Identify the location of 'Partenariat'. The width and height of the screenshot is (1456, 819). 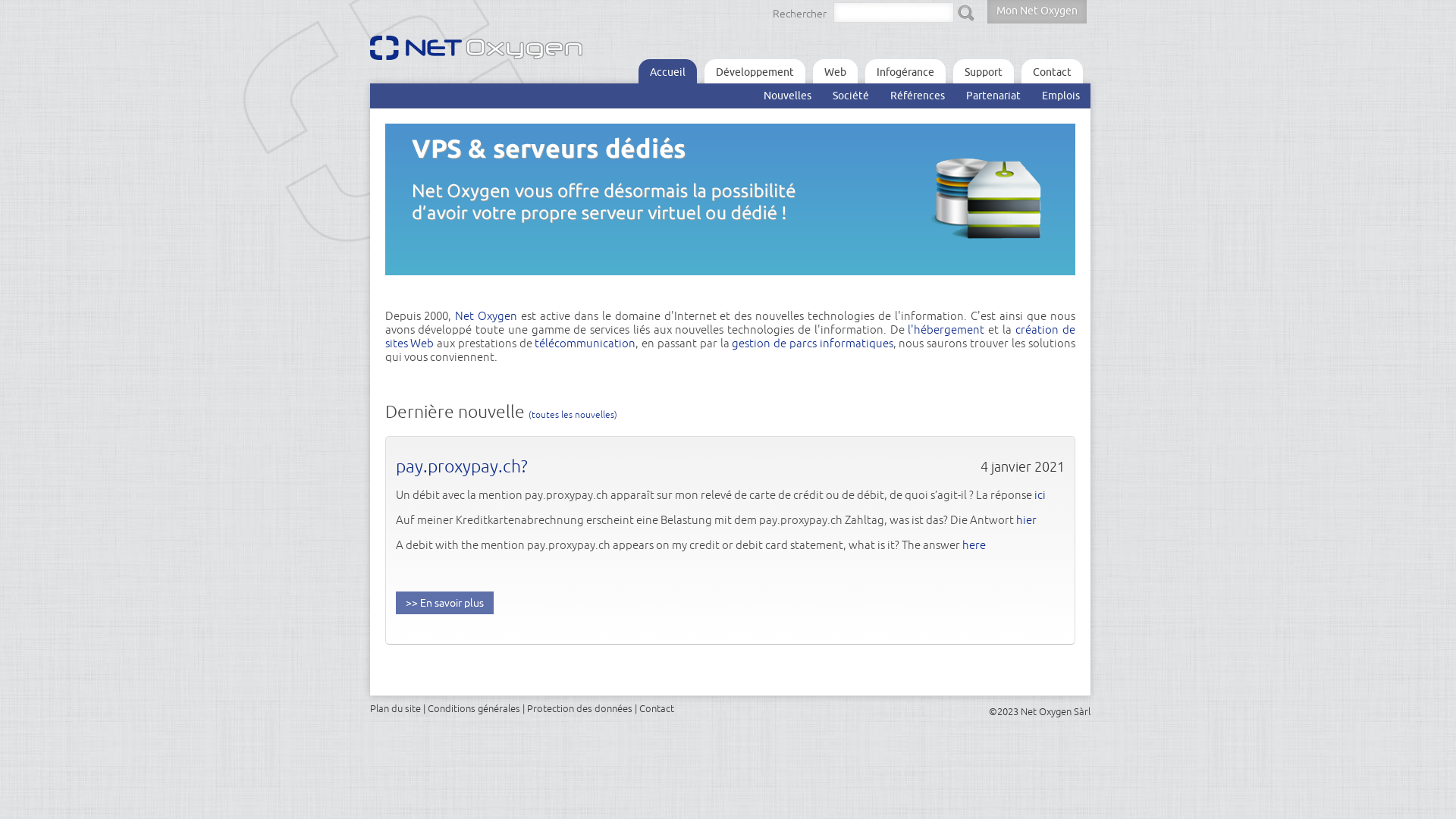
(962, 96).